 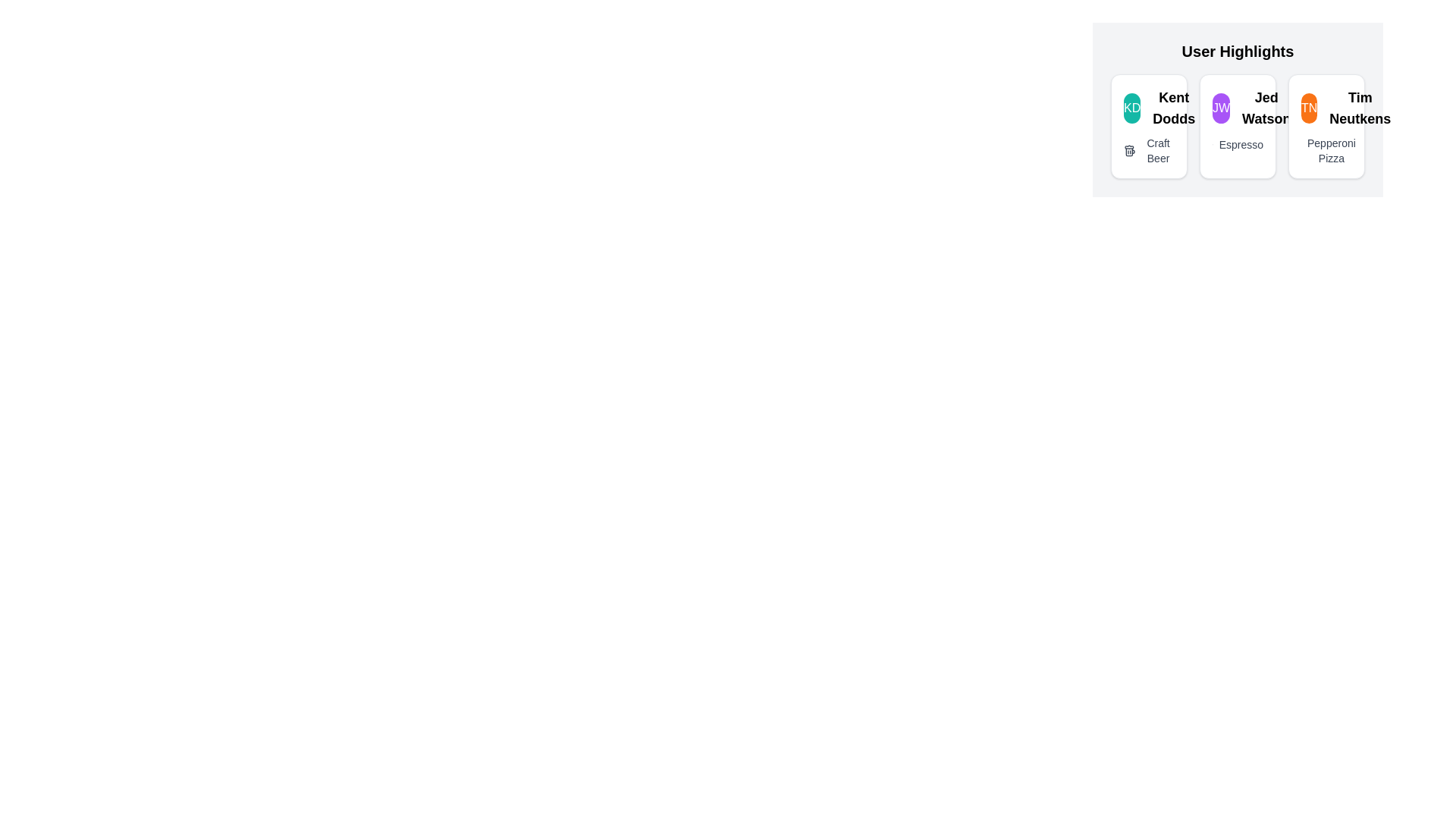 What do you see at coordinates (1238, 109) in the screenshot?
I see `the middle card with the initials badge 'JW', name 'Jed Watson', and description 'Espresso'` at bounding box center [1238, 109].